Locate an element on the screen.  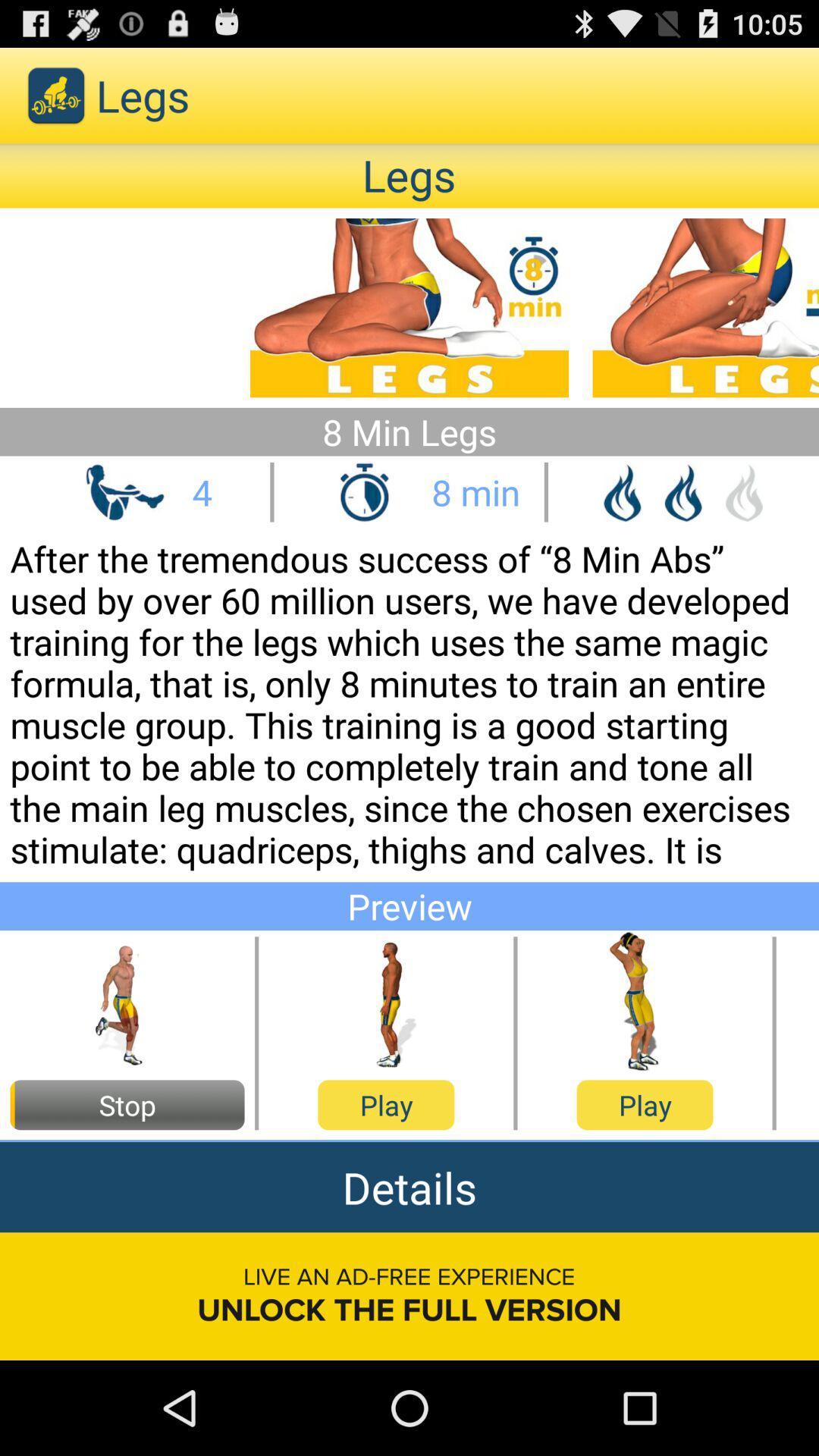
plays the preview of the running action is located at coordinates (127, 1002).